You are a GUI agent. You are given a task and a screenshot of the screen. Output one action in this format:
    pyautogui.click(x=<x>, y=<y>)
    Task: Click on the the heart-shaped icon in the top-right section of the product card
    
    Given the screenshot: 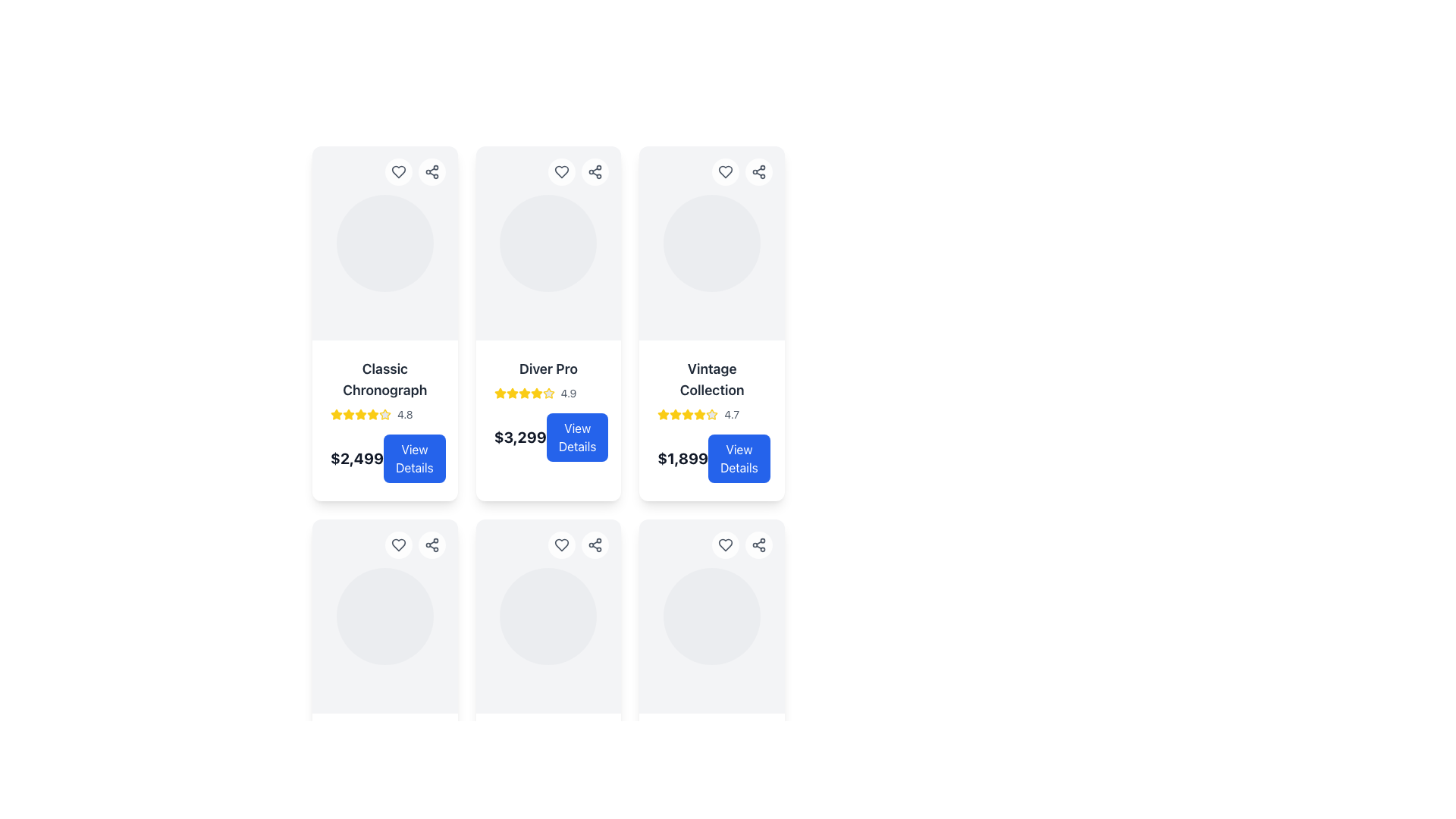 What is the action you would take?
    pyautogui.click(x=724, y=544)
    